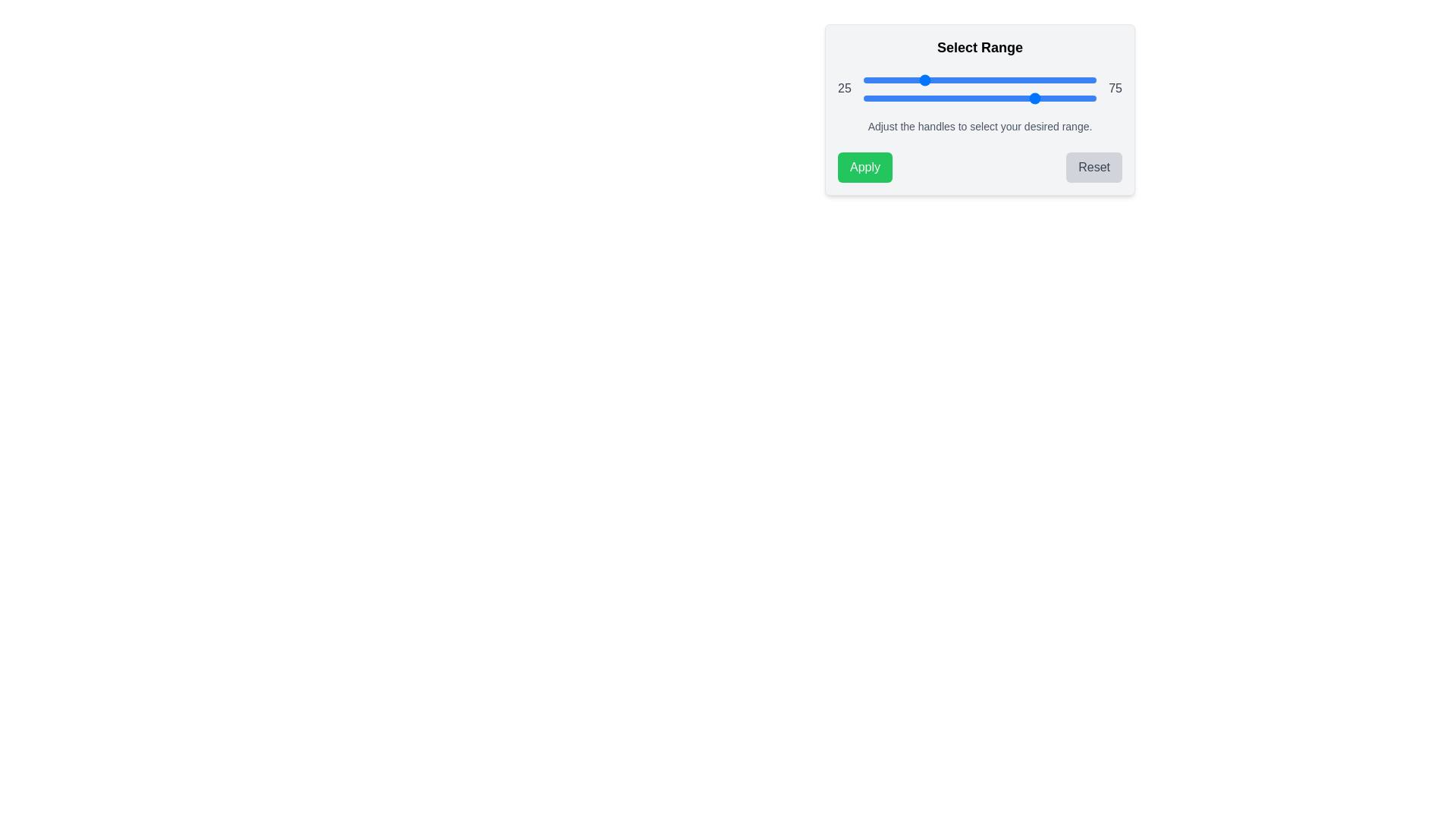 This screenshot has height=819, width=1456. Describe the element at coordinates (1051, 99) in the screenshot. I see `the slider value` at that location.